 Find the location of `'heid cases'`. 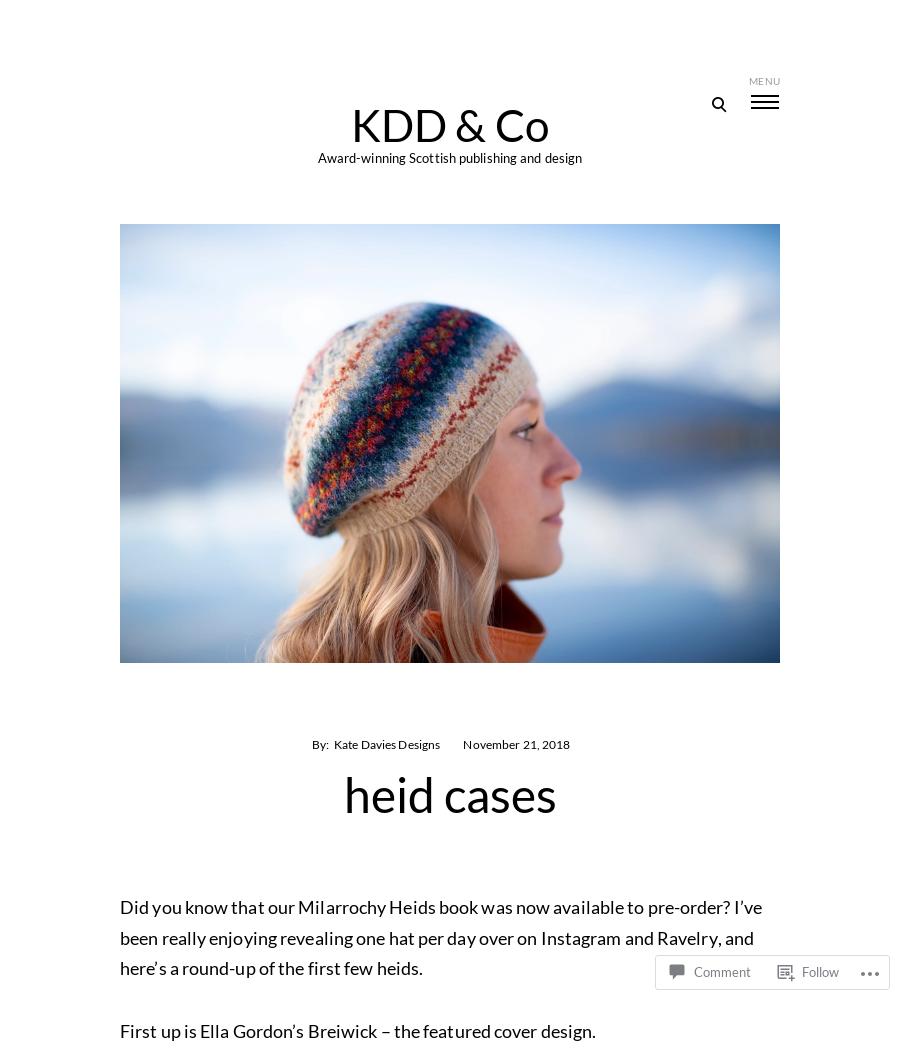

'heid cases' is located at coordinates (449, 794).